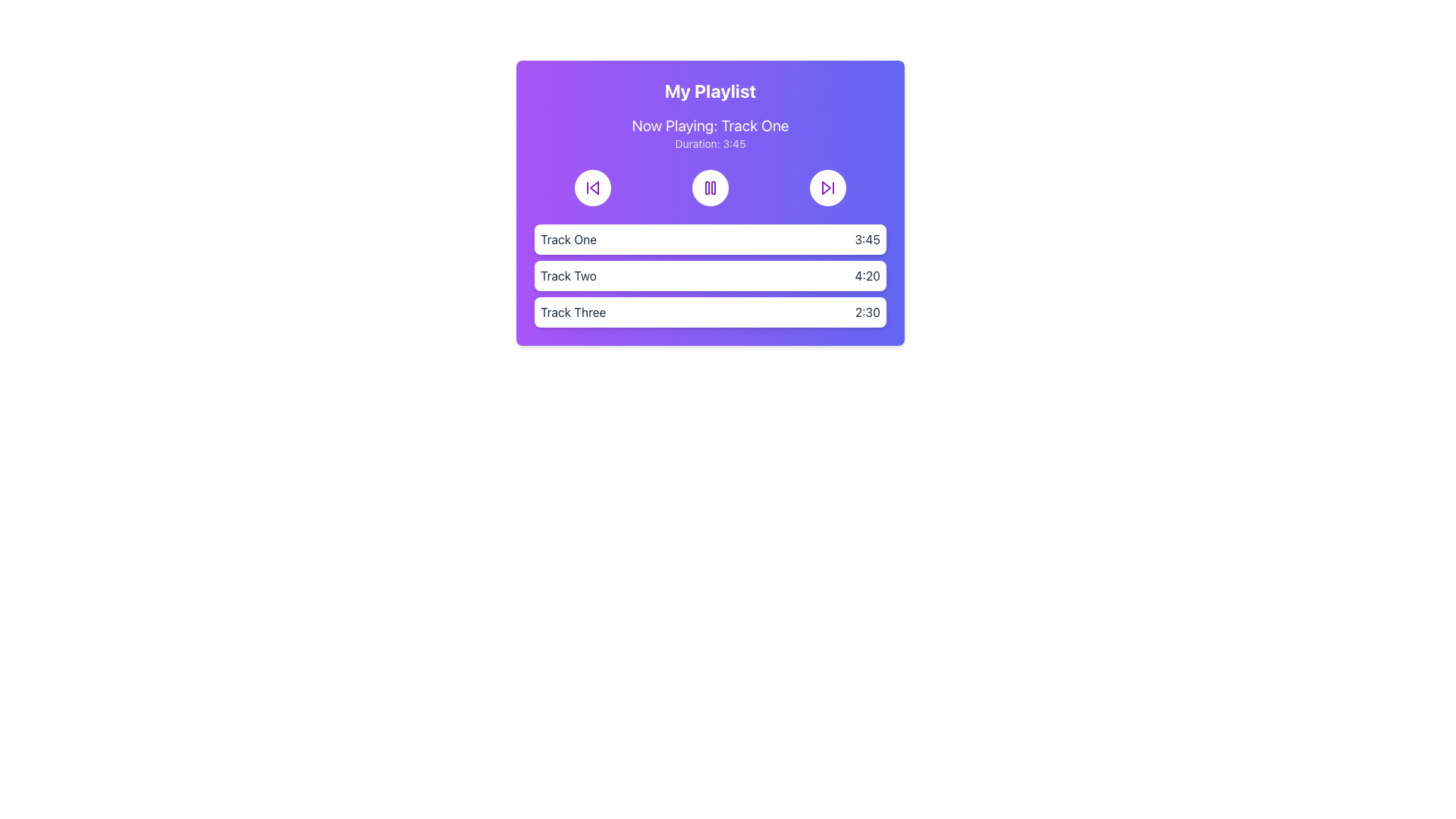 The width and height of the screenshot is (1456, 819). What do you see at coordinates (594, 187) in the screenshot?
I see `the right triangular inner part of the left-most button in the purple-themed card, located adjacent to the 'My Playlist' title` at bounding box center [594, 187].